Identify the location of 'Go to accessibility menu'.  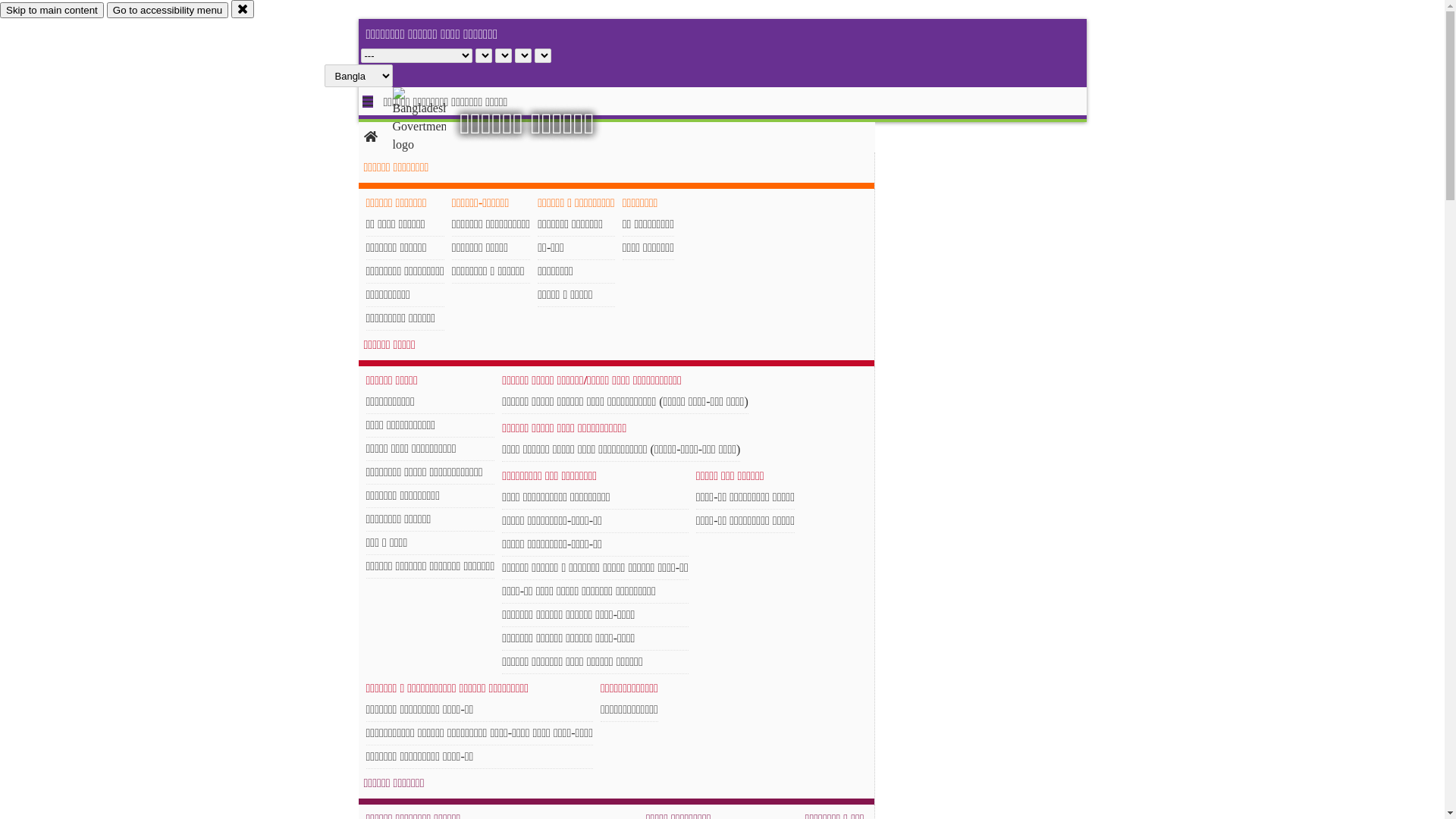
(167, 10).